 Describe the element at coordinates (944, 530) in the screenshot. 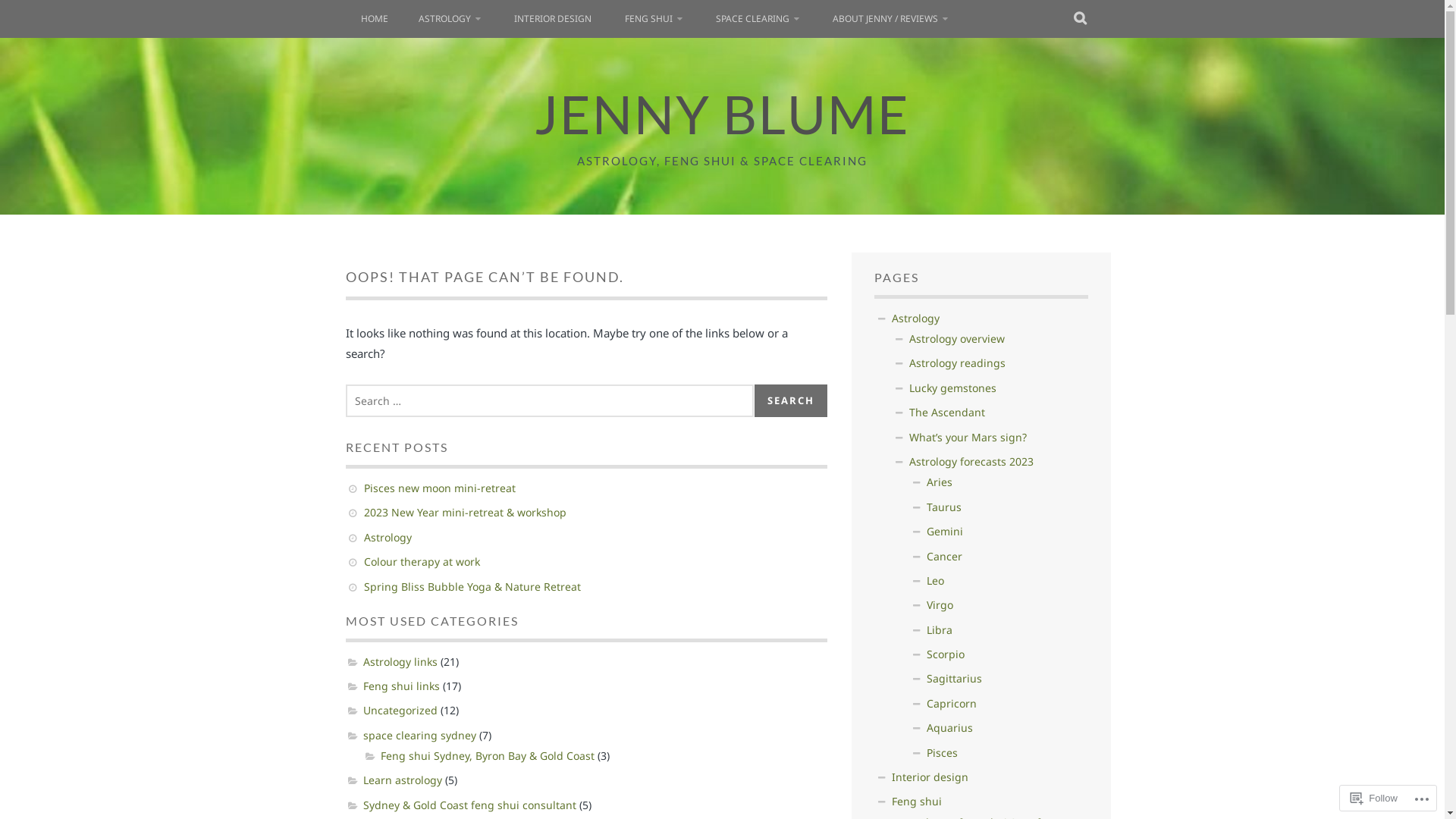

I see `'Gemini'` at that location.